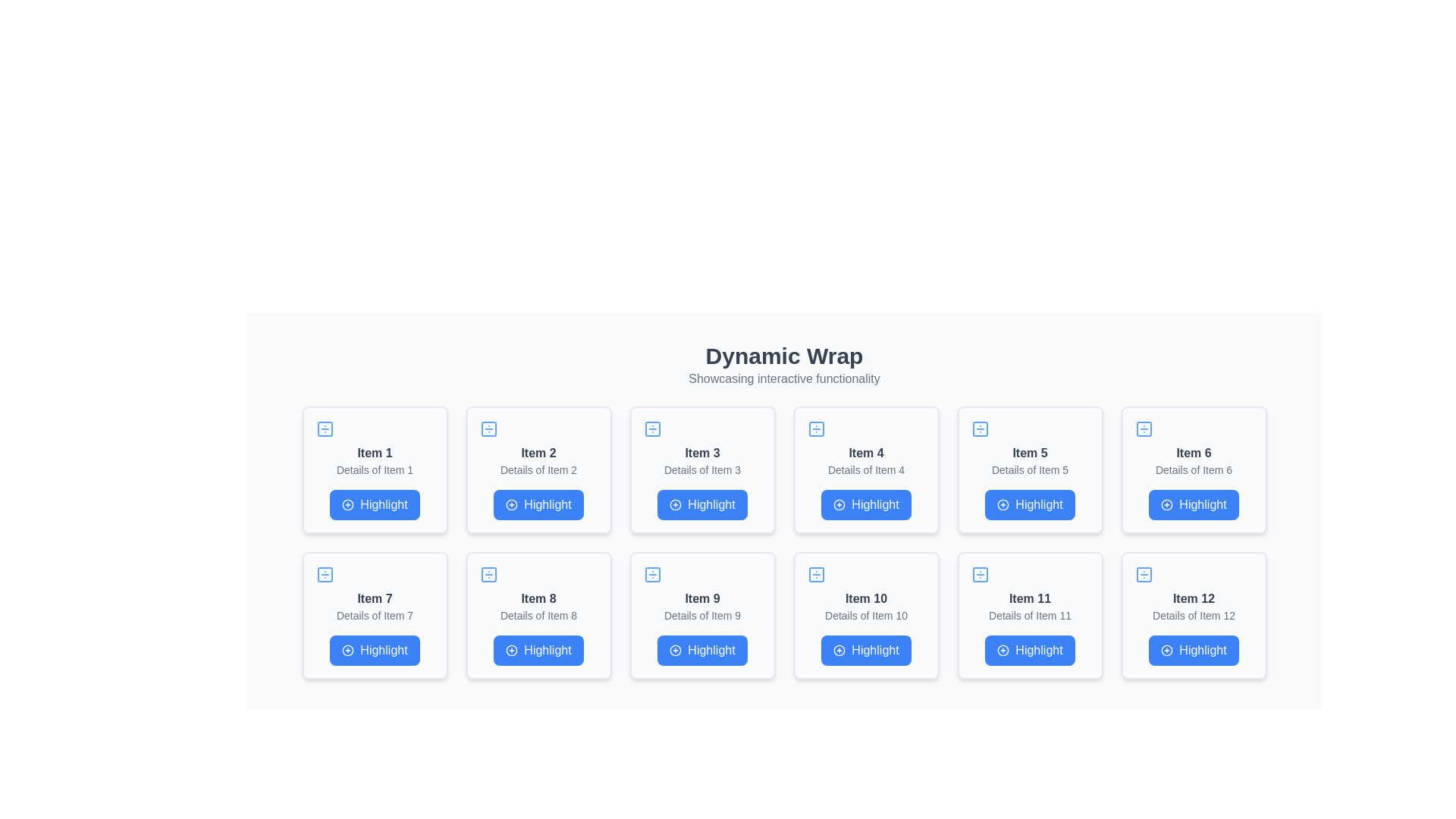 The width and height of the screenshot is (1456, 819). What do you see at coordinates (675, 505) in the screenshot?
I see `the icon representing a circle with a plus sign in its center, which is located inside the 'Highlight' button for 'Item 3'` at bounding box center [675, 505].